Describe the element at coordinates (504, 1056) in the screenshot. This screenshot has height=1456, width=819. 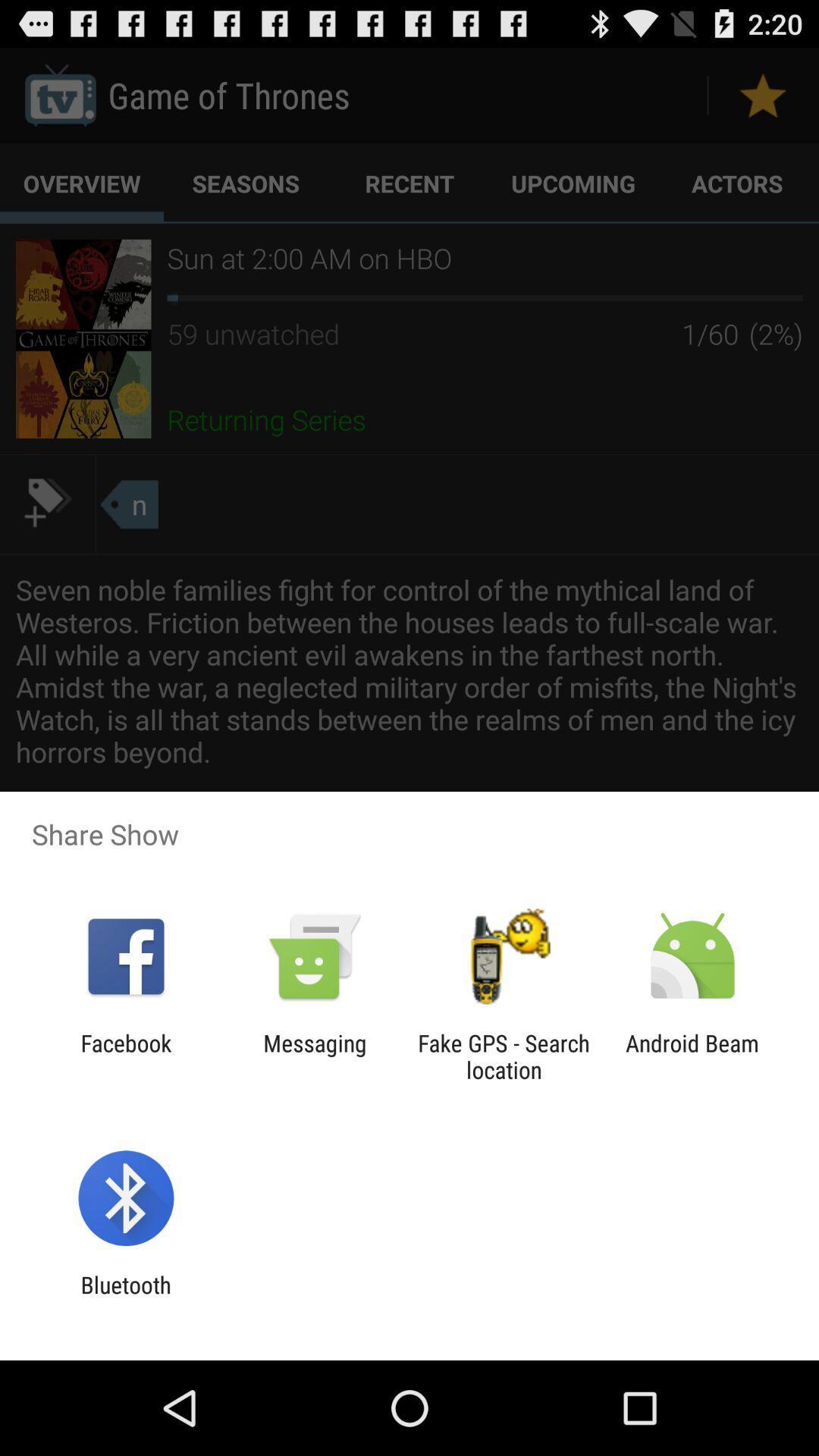
I see `the icon next to the android beam` at that location.